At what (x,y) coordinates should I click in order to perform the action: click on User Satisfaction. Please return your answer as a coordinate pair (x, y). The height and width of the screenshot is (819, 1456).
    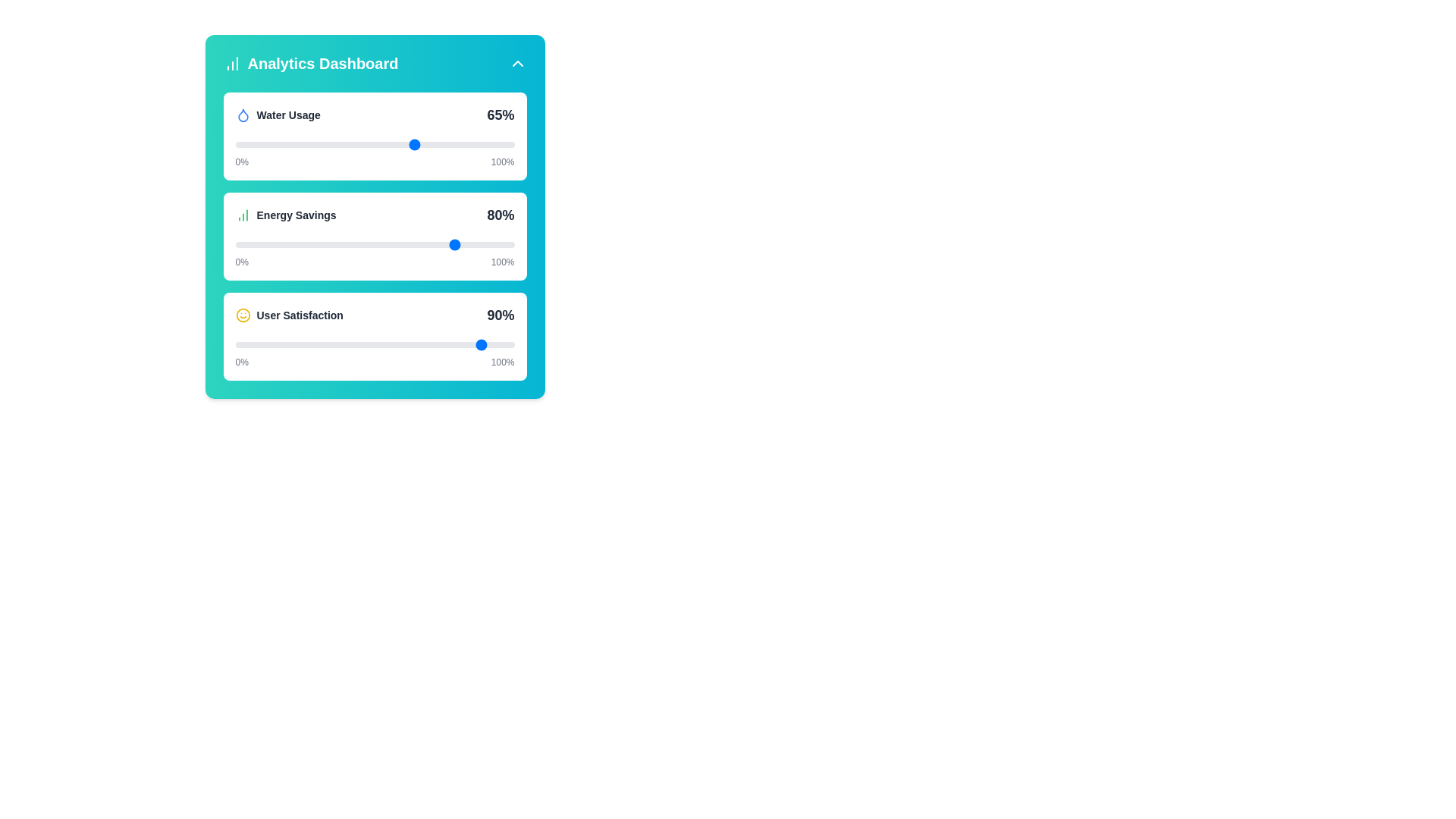
    Looking at the image, I should click on (334, 345).